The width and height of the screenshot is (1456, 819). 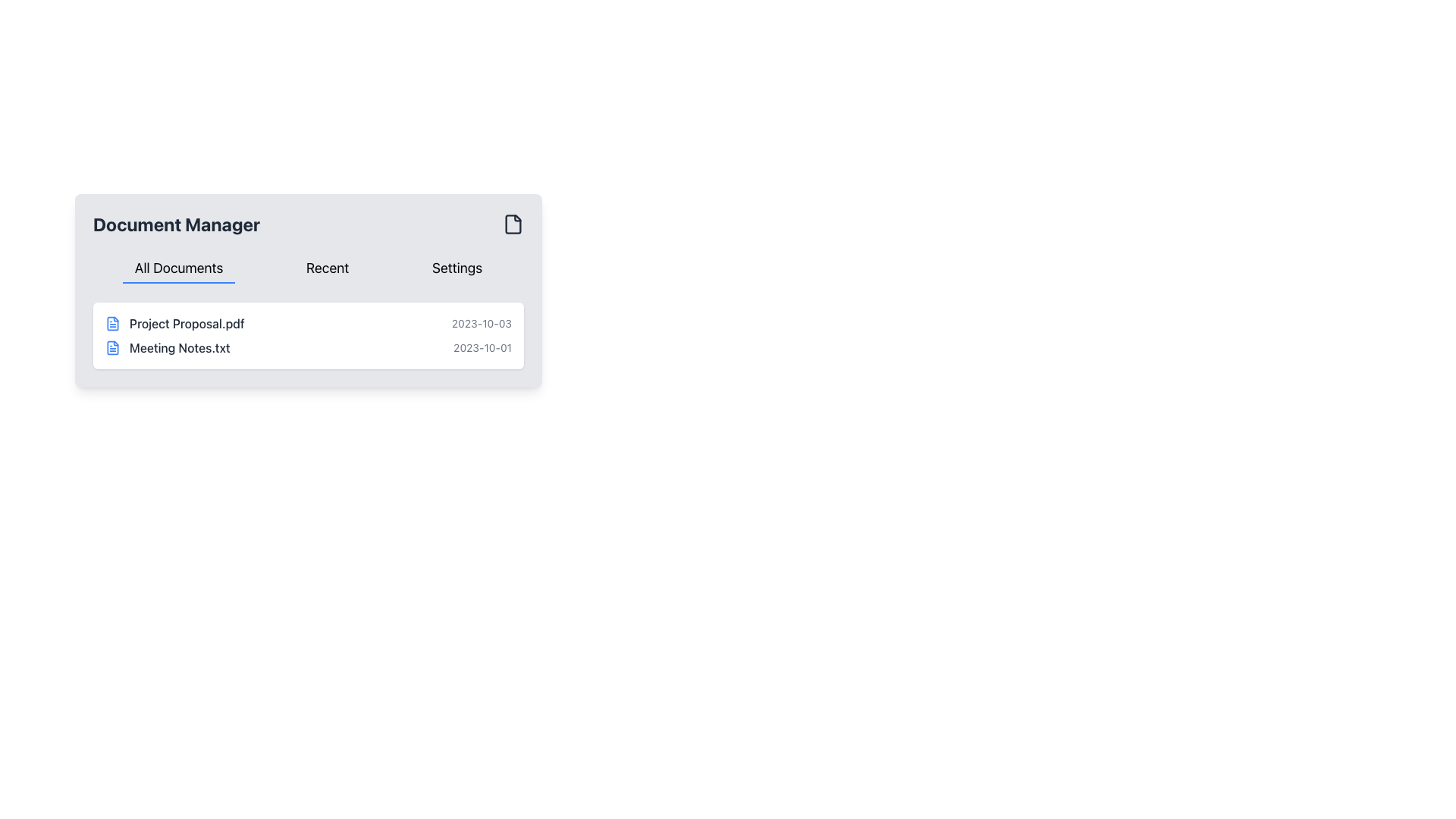 I want to click on to select the row item labeled 'Project Proposal.pdf' in the Document Manager file list, so click(x=308, y=323).